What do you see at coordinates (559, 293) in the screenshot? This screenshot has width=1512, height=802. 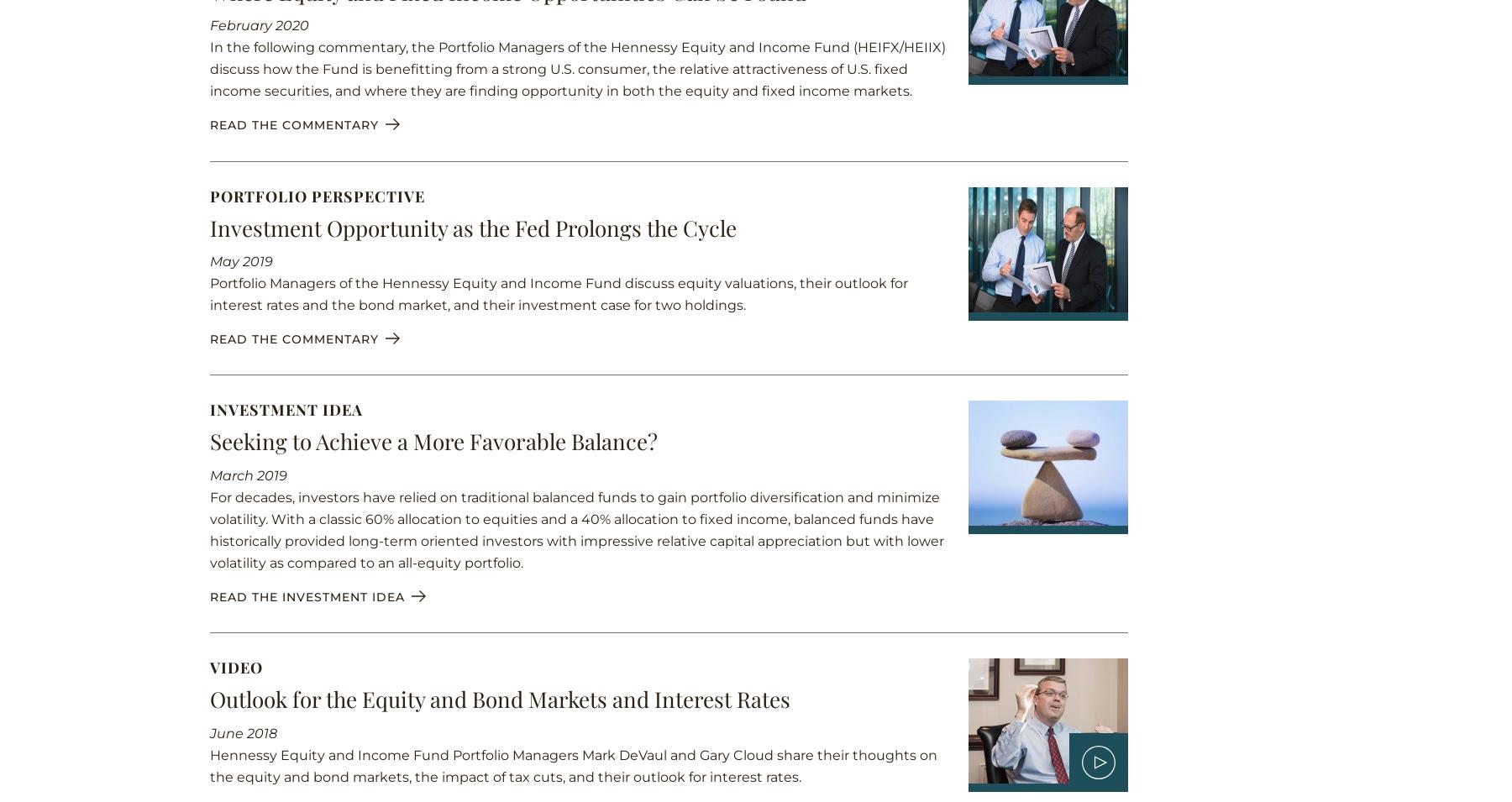 I see `'Portfolio Managers of the Hennessy Equity and Income Fund discuss equity valuations, their outlook for interest rates and the bond market, and their investment case for two holdings.'` at bounding box center [559, 293].